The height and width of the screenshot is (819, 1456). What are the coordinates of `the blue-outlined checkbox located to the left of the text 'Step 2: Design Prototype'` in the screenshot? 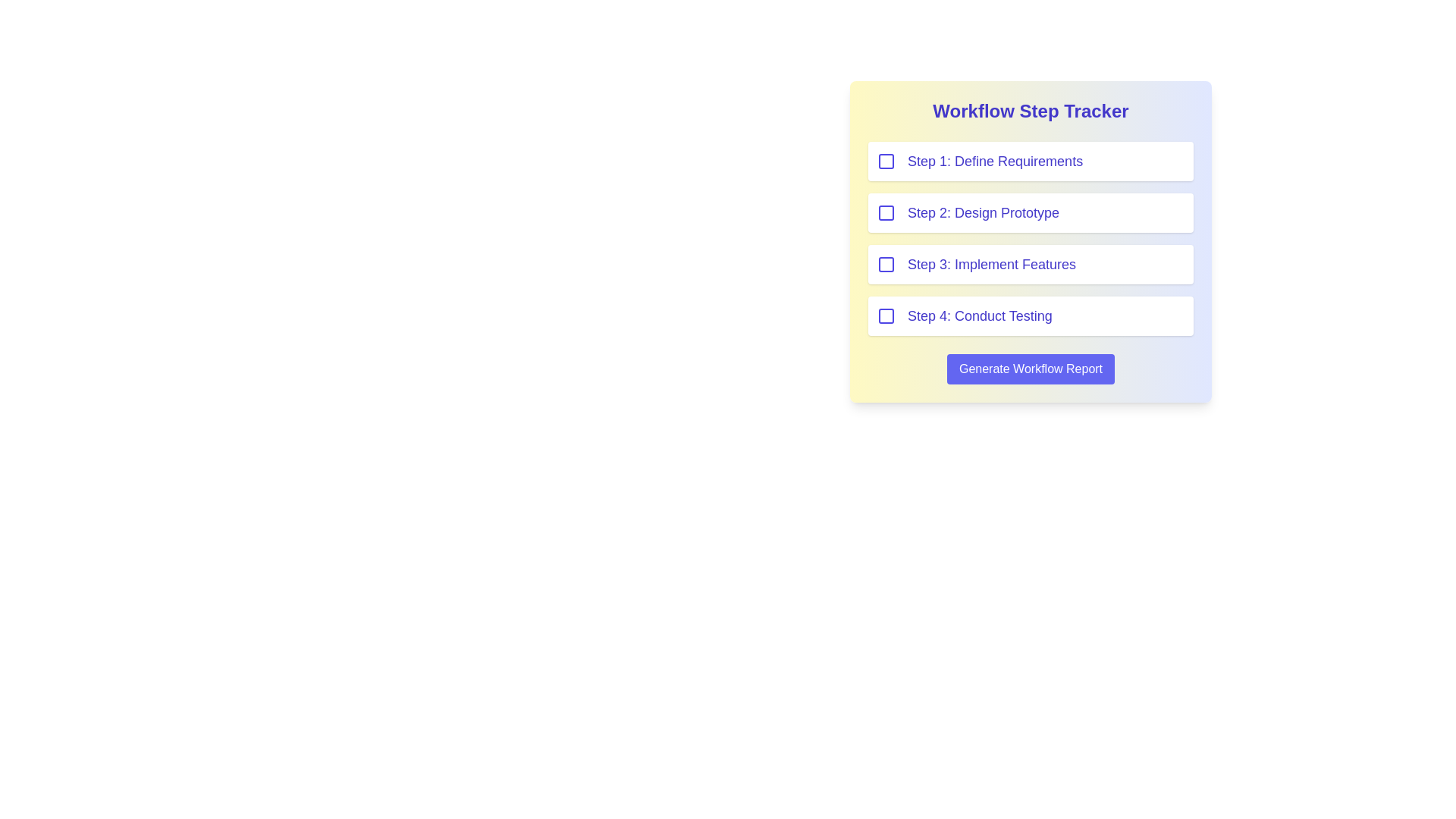 It's located at (886, 213).